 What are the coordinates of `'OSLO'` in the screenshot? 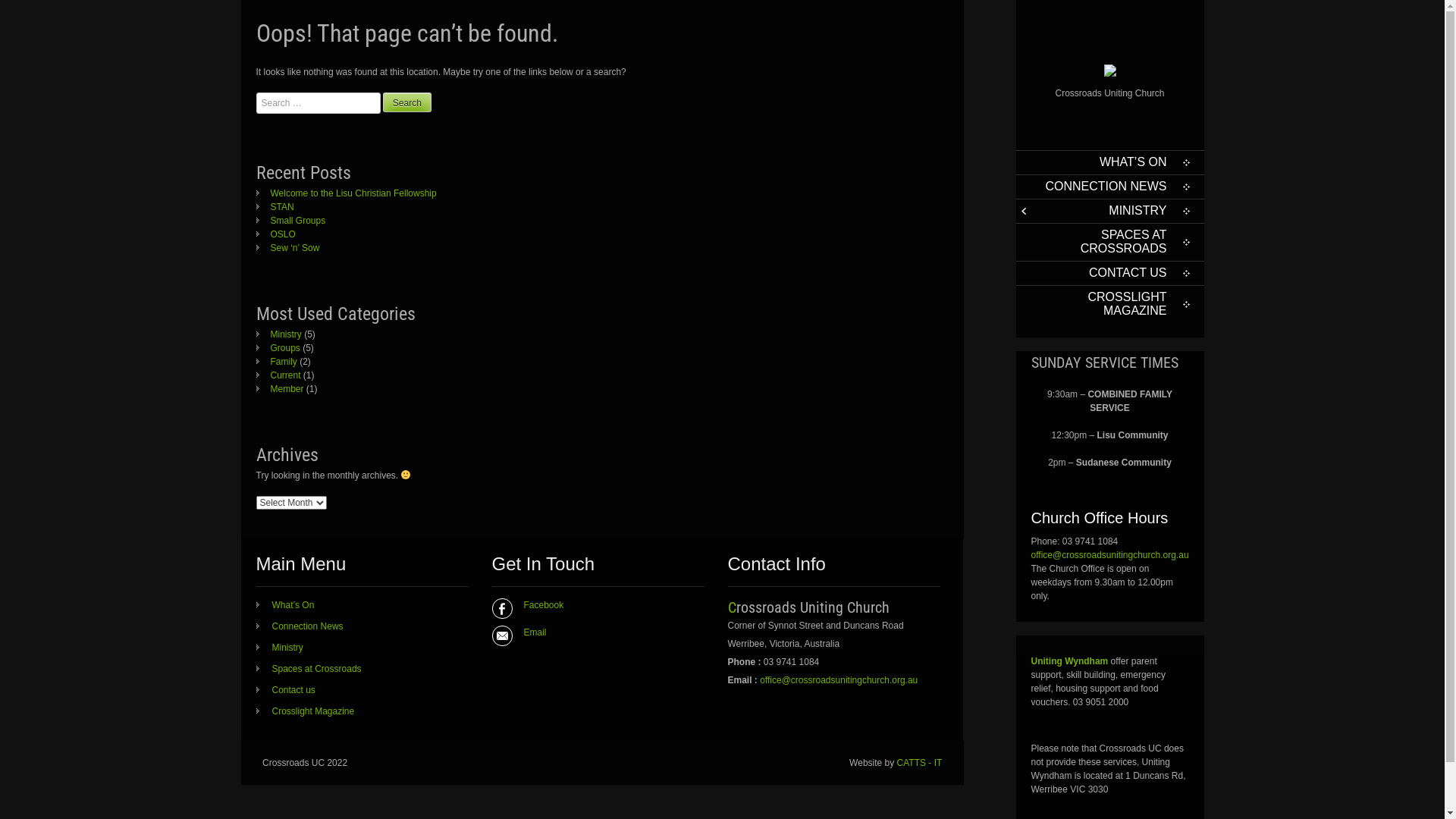 It's located at (276, 234).